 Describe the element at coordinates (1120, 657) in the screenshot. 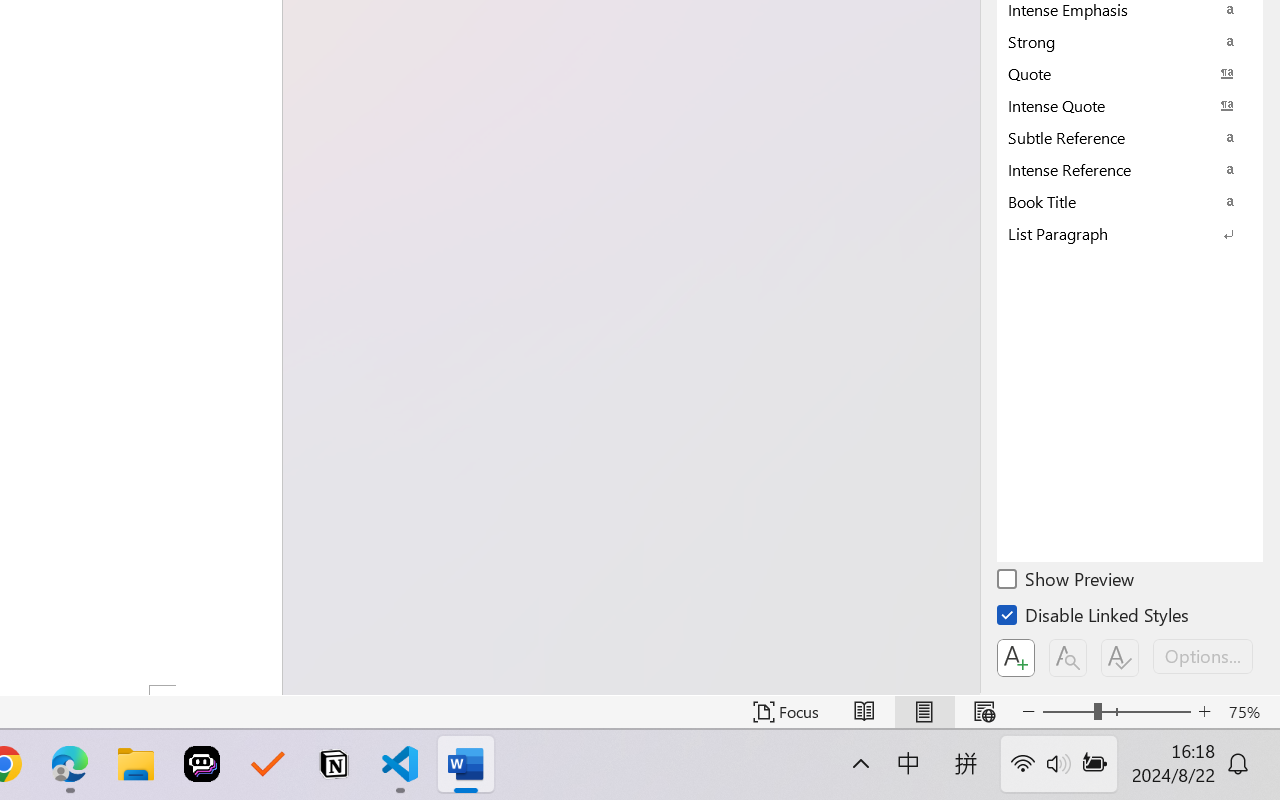

I see `'Class: NetUIButton'` at that location.